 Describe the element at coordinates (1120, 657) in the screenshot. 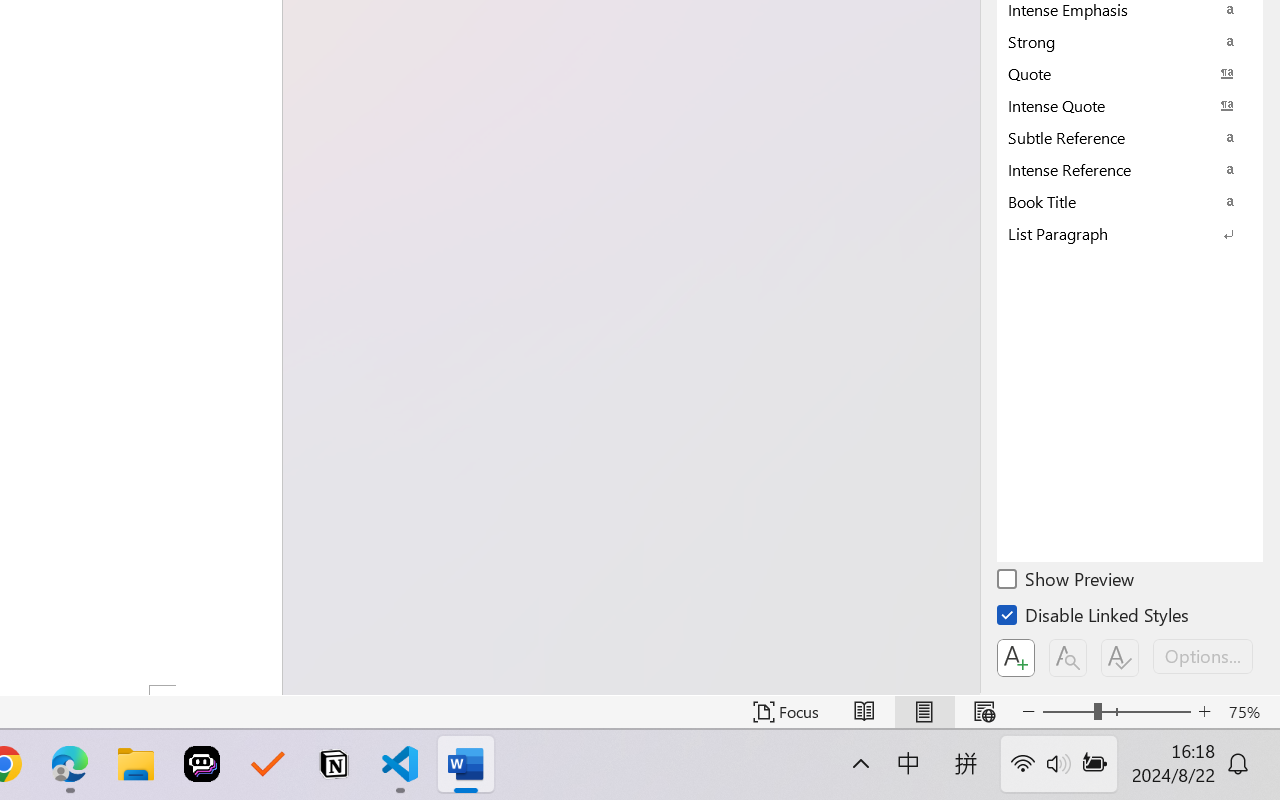

I see `'Class: NetUIButton'` at that location.